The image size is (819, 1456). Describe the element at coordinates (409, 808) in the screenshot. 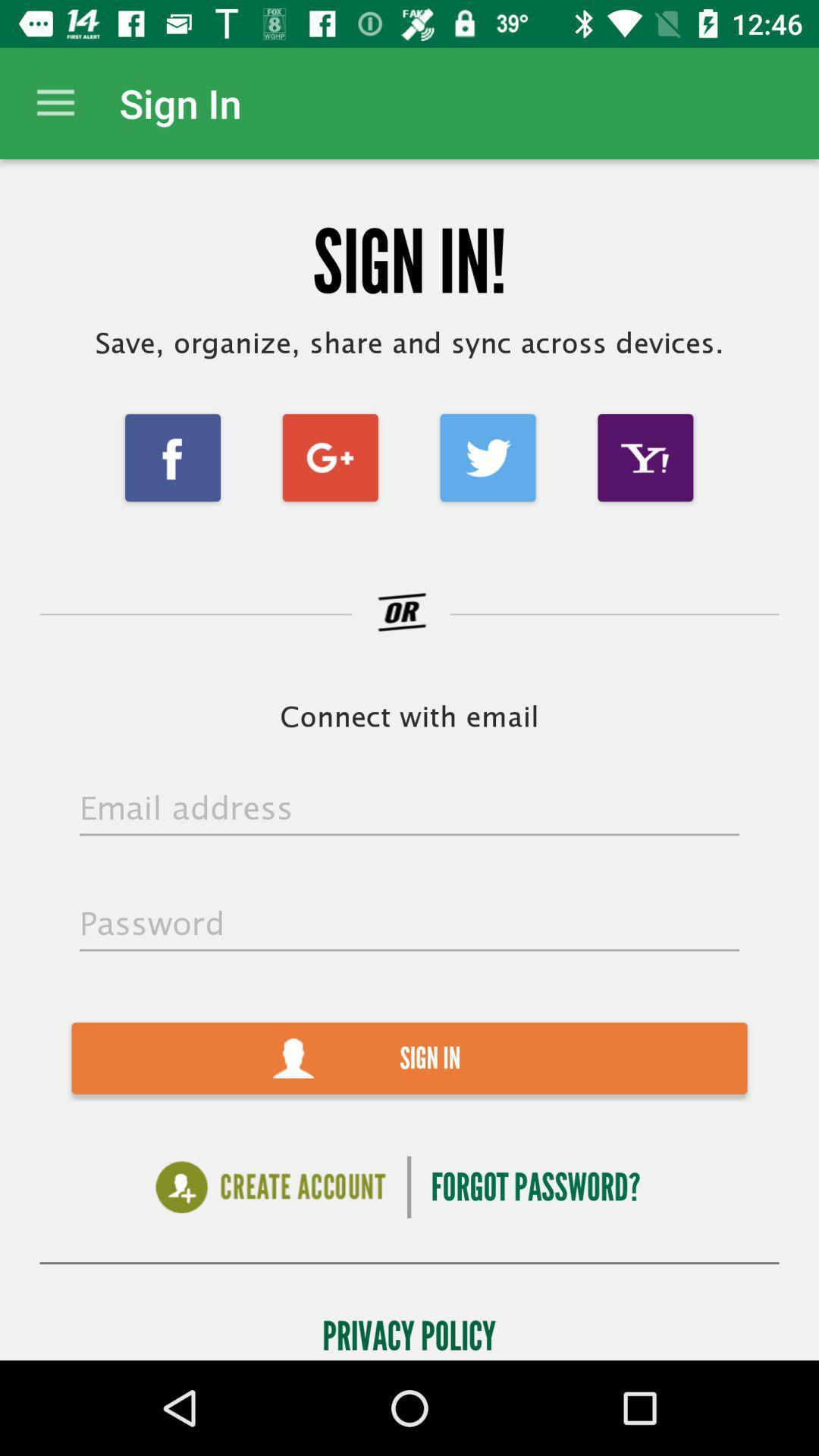

I see `the item below the connect with email item` at that location.